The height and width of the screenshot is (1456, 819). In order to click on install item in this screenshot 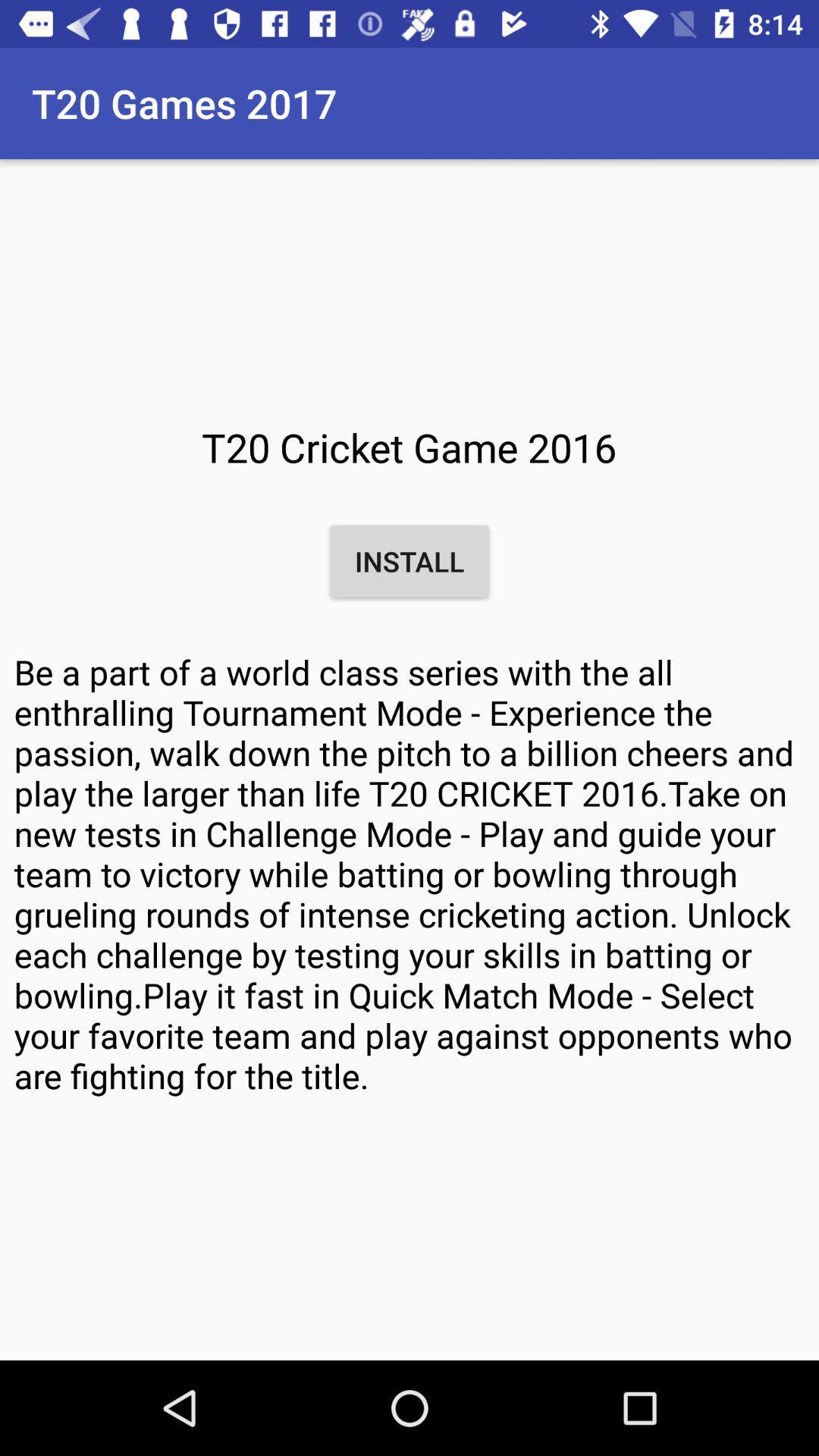, I will do `click(409, 560)`.